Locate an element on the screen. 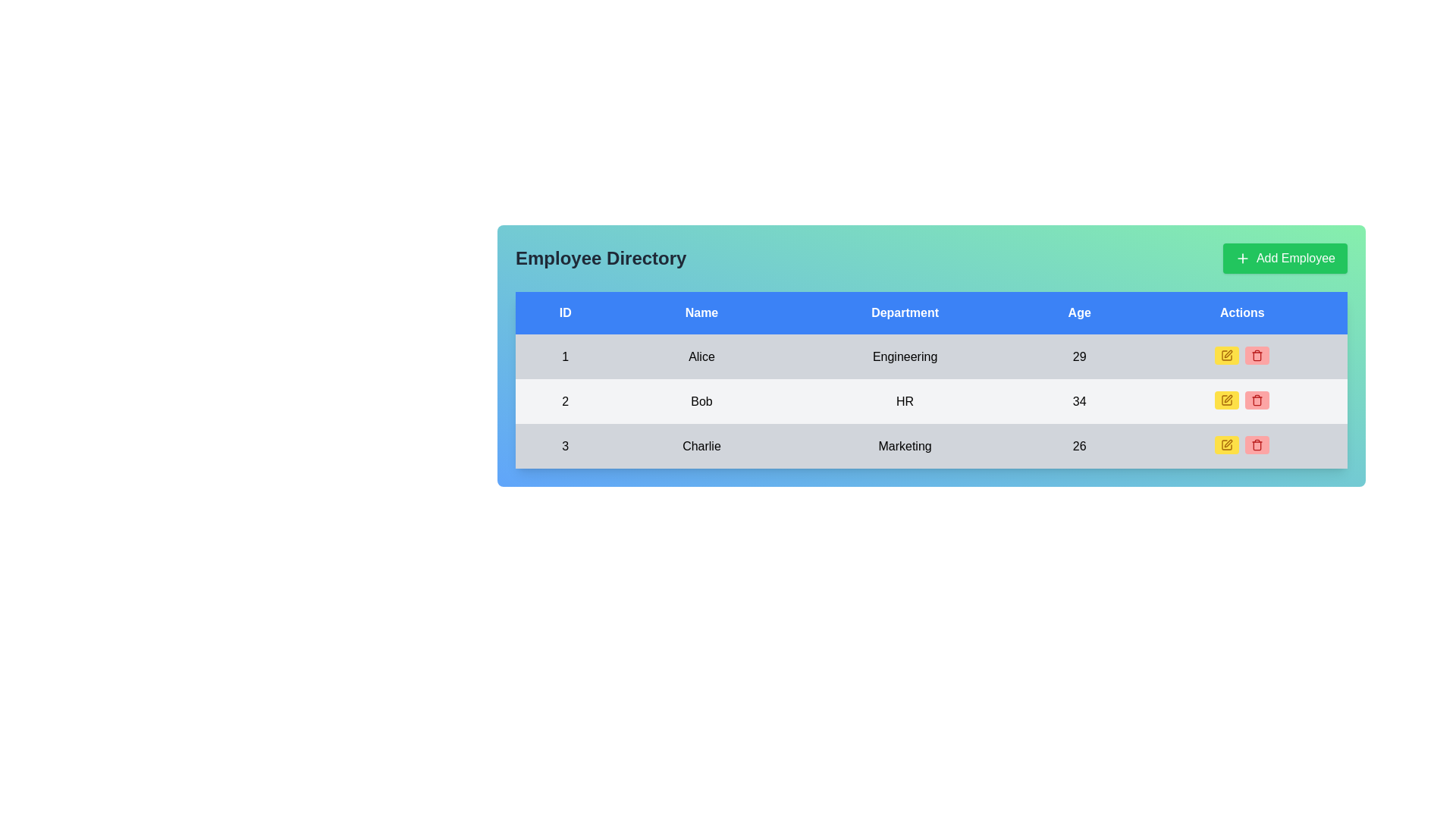  the last row of the employee table that displays information about employee 'Charlie' is located at coordinates (930, 445).